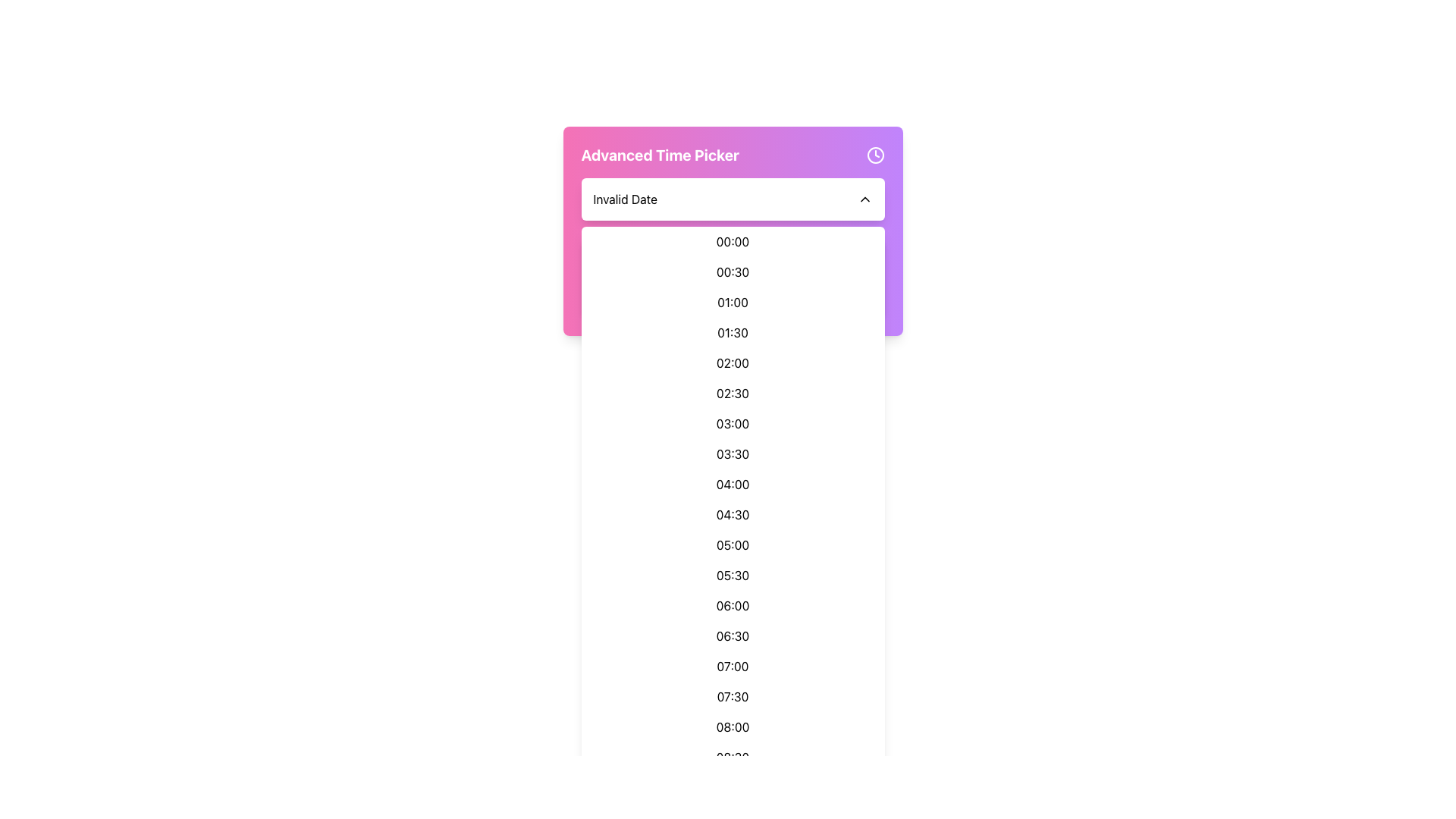  I want to click on the time-related icon in the top-right corner of the 'Advanced Time Picker' header bar, so click(875, 155).